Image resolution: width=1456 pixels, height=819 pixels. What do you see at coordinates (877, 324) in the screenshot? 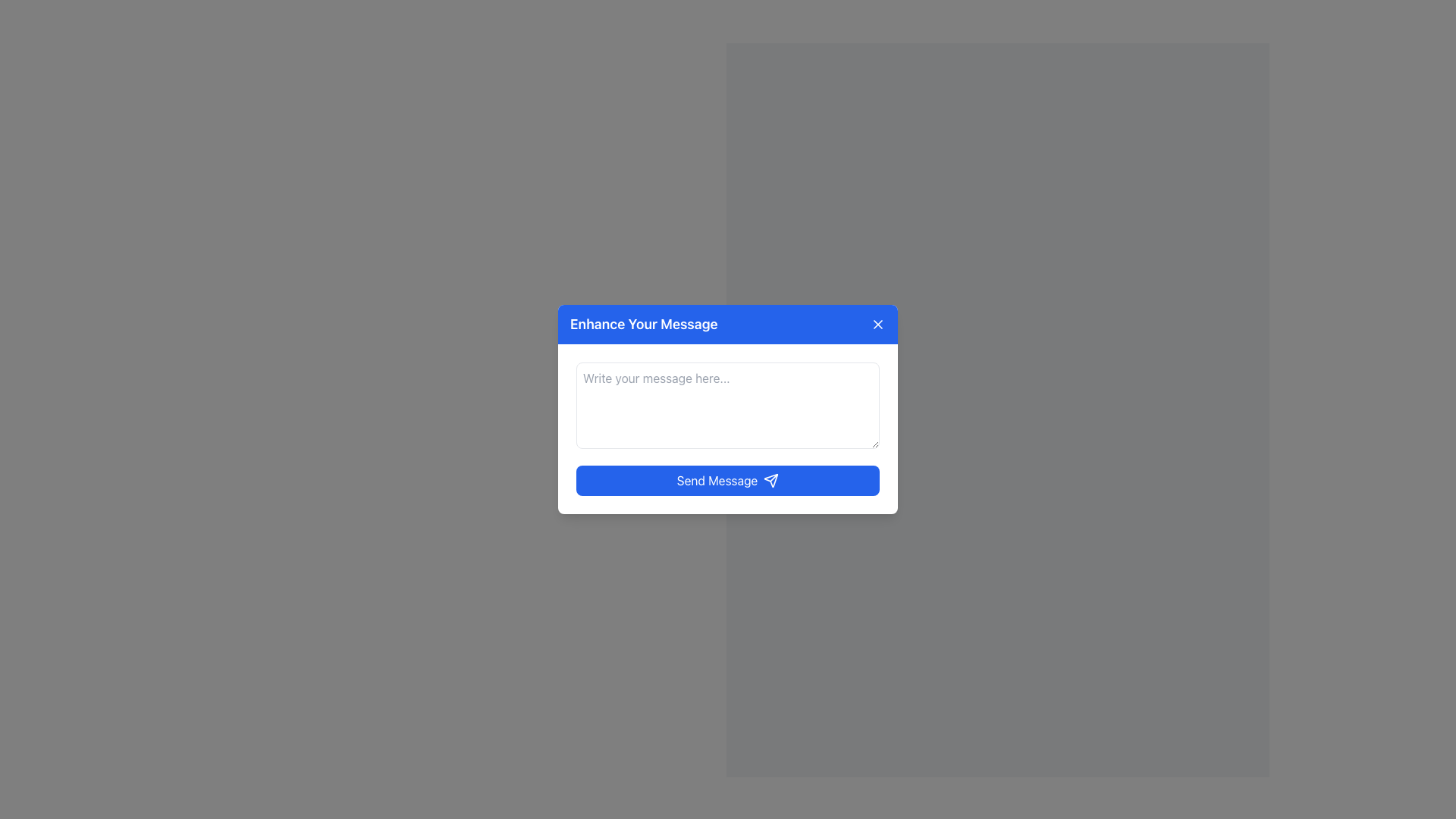
I see `the X-shaped close icon located in the upper-right corner of the modal dialog box` at bounding box center [877, 324].